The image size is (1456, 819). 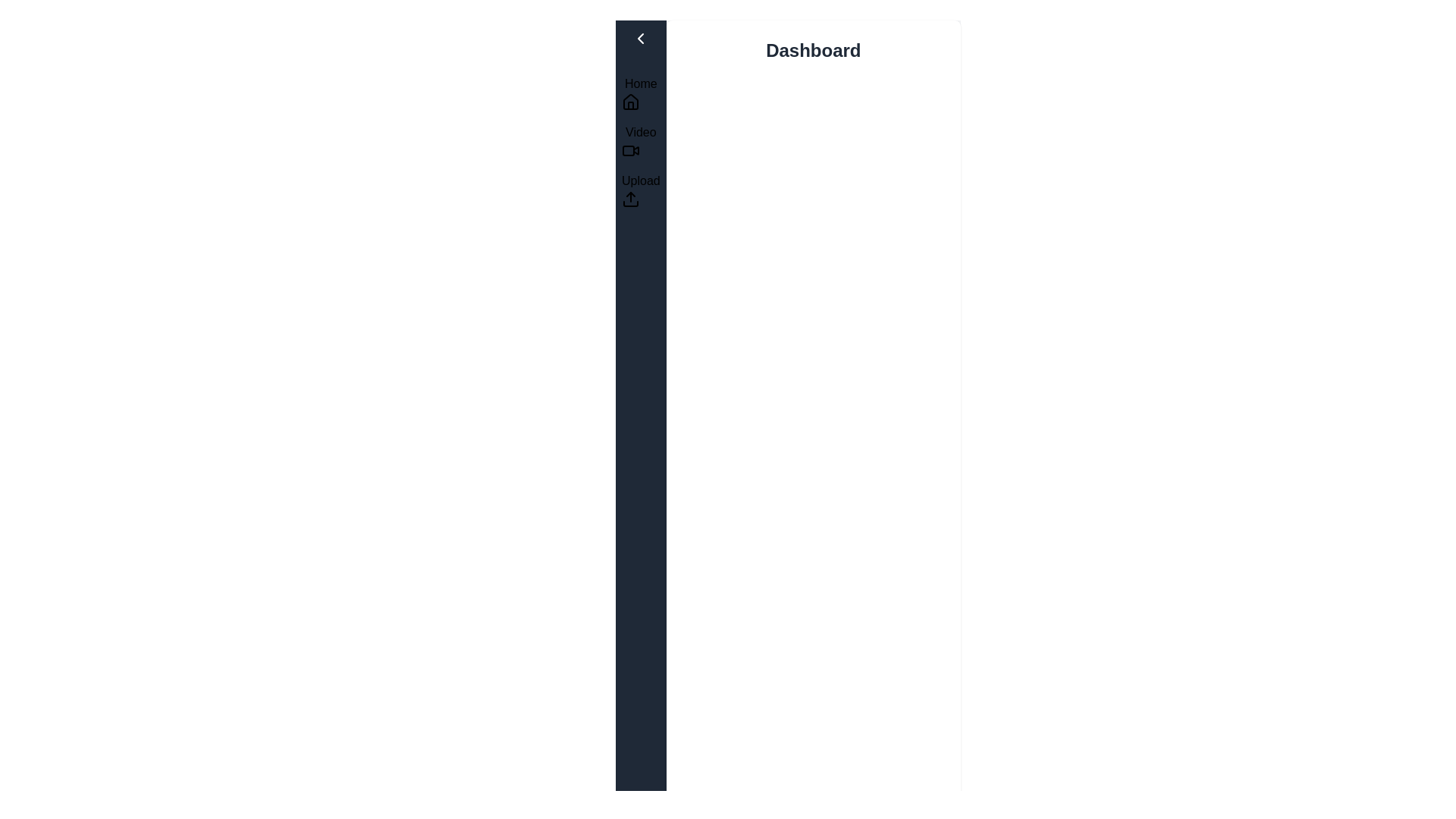 I want to click on the 'Video' menu item, the second item in the vertical sidebar menu, to possibly display additional details, so click(x=641, y=141).